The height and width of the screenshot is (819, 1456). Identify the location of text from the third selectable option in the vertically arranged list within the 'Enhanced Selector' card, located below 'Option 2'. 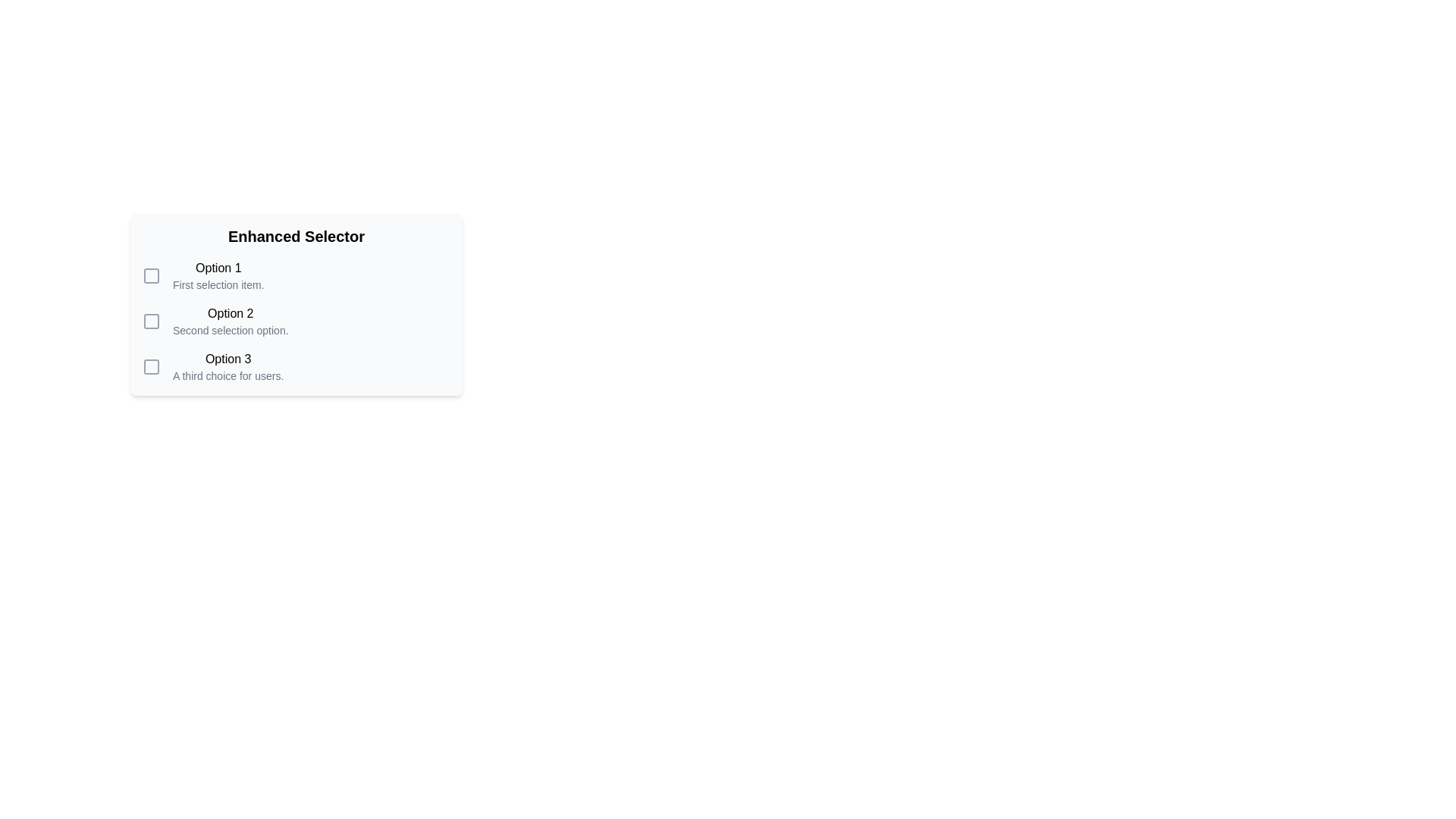
(227, 366).